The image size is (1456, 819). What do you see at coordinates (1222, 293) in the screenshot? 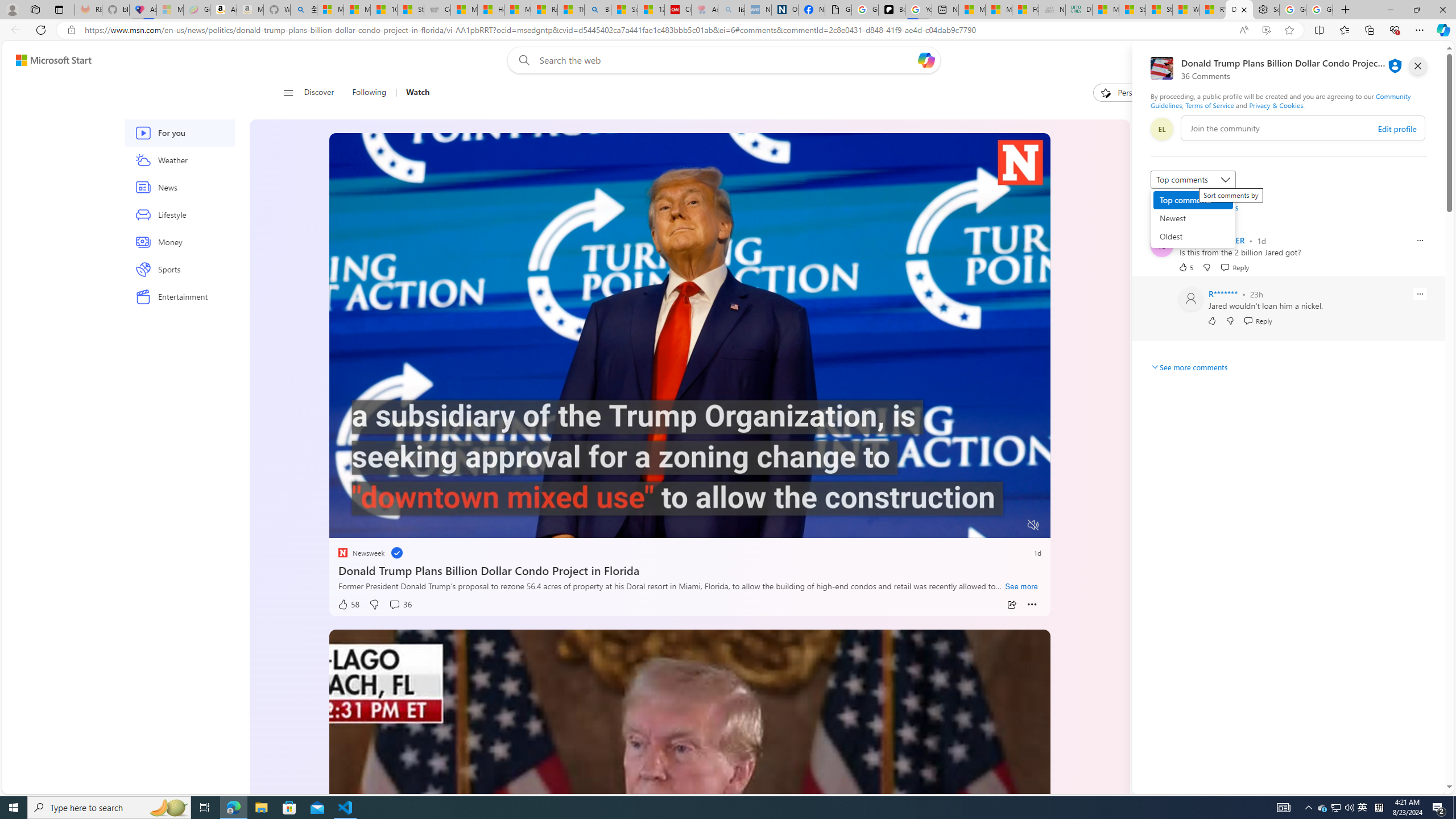
I see `'R*******'` at bounding box center [1222, 293].